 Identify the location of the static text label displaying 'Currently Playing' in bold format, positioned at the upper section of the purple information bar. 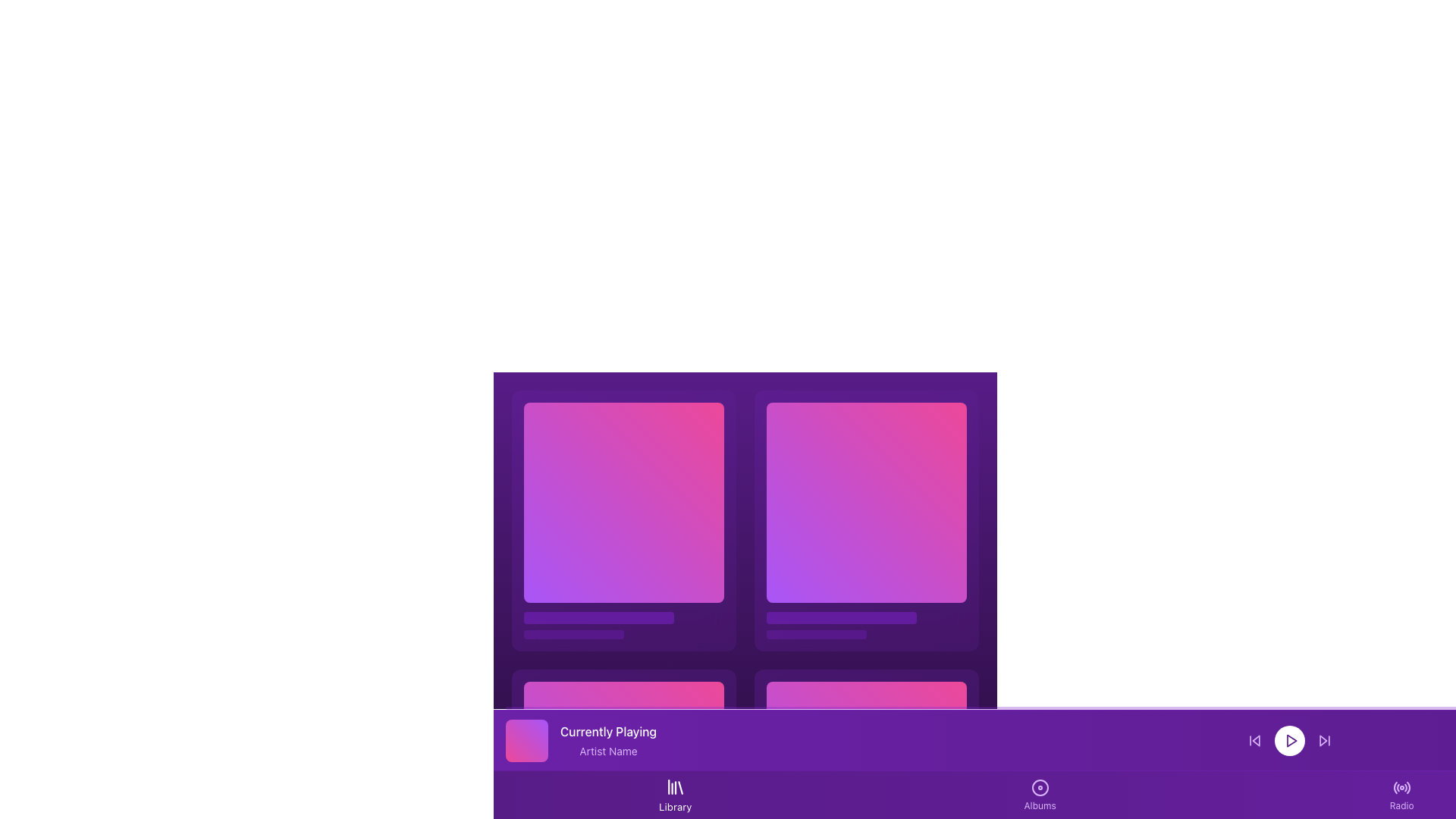
(608, 730).